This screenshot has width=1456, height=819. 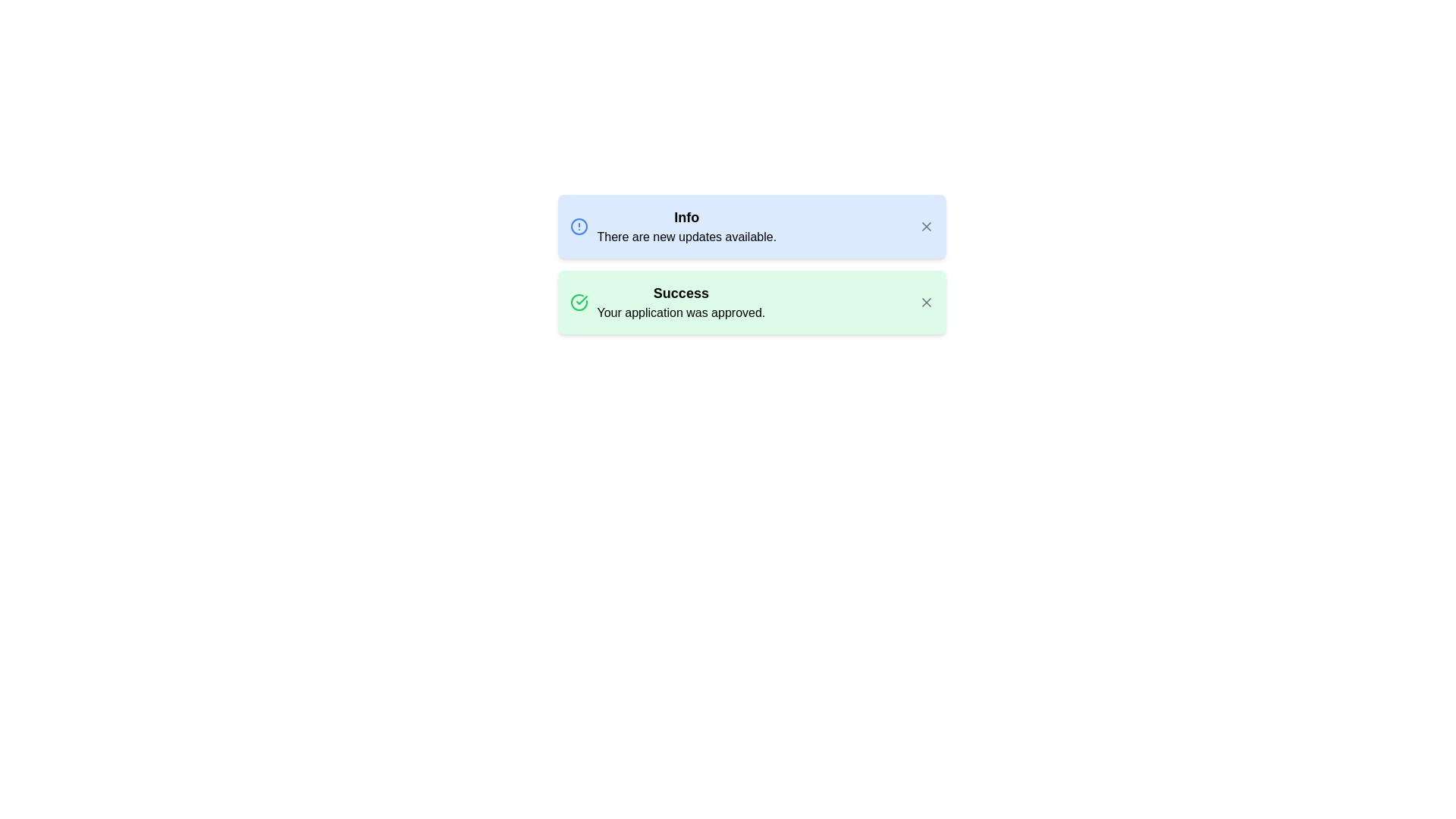 What do you see at coordinates (925, 302) in the screenshot?
I see `the close icon button (X symbol) located at the top-right corner of the green notification box that states 'Success Your application was approved.'` at bounding box center [925, 302].